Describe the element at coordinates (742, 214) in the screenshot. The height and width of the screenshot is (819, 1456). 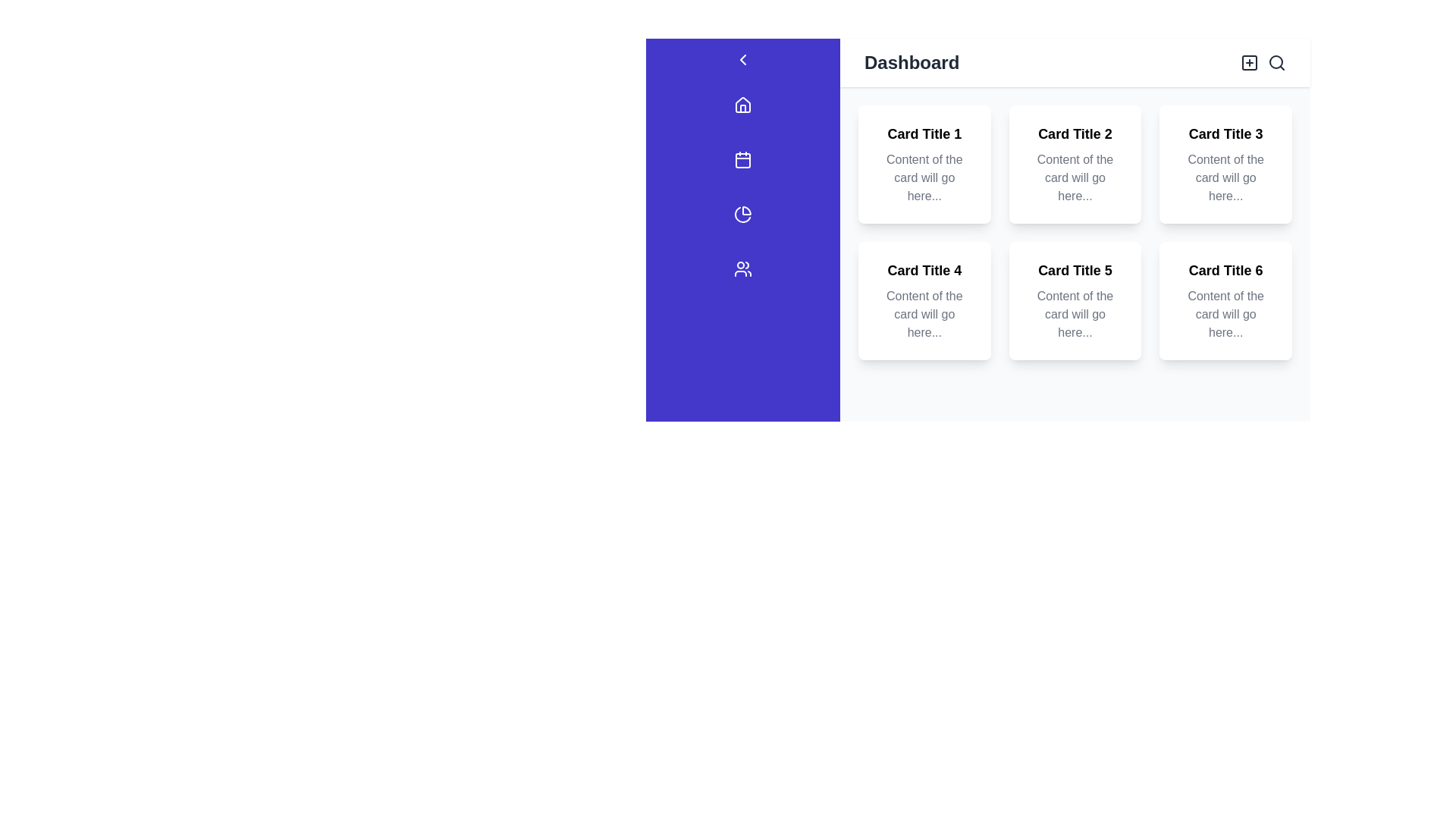
I see `the pie chart icon located in the vertical navigation bar on the left side of the interface` at that location.